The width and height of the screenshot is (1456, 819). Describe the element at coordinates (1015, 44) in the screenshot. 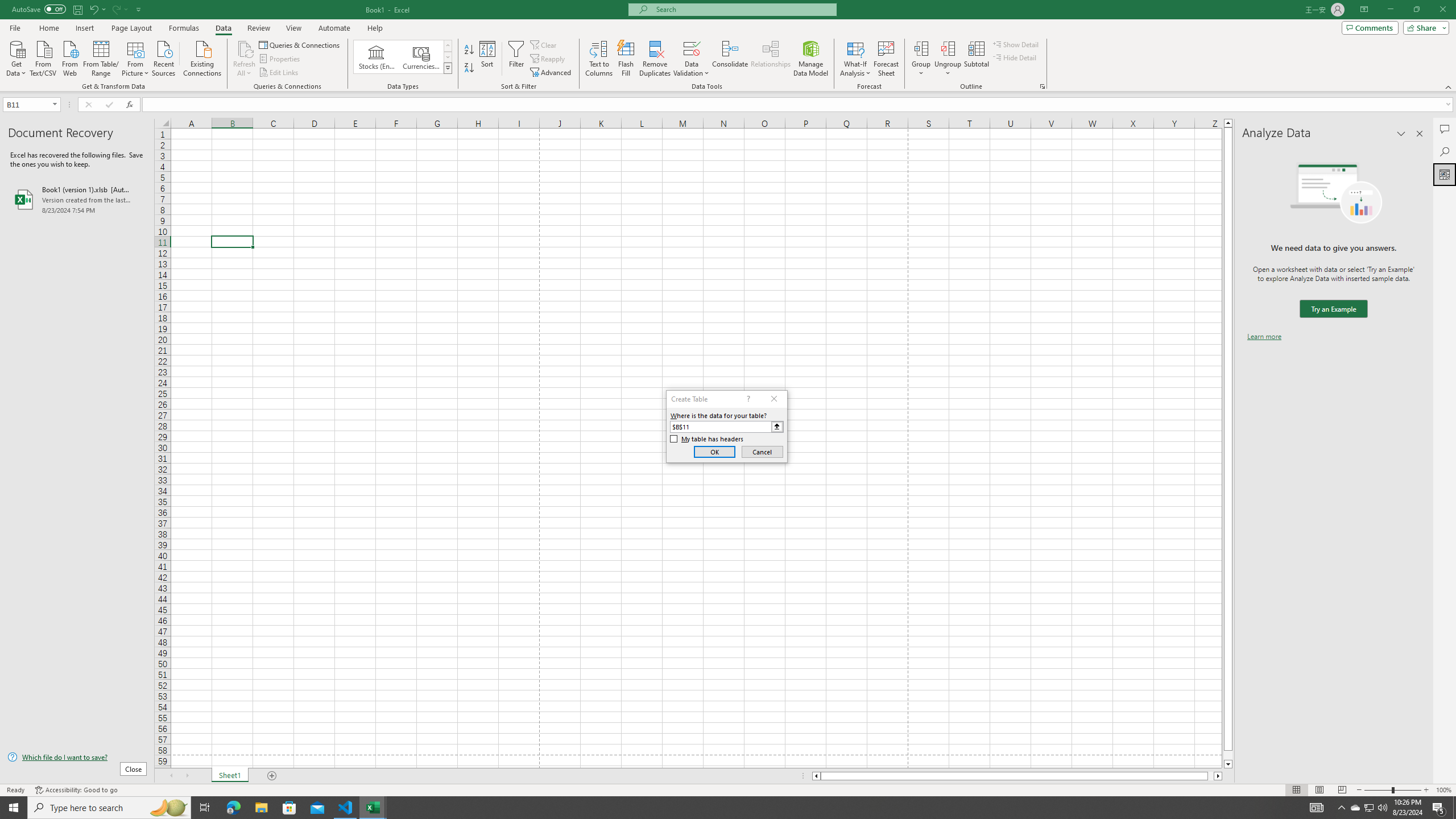

I see `'Show Detail'` at that location.